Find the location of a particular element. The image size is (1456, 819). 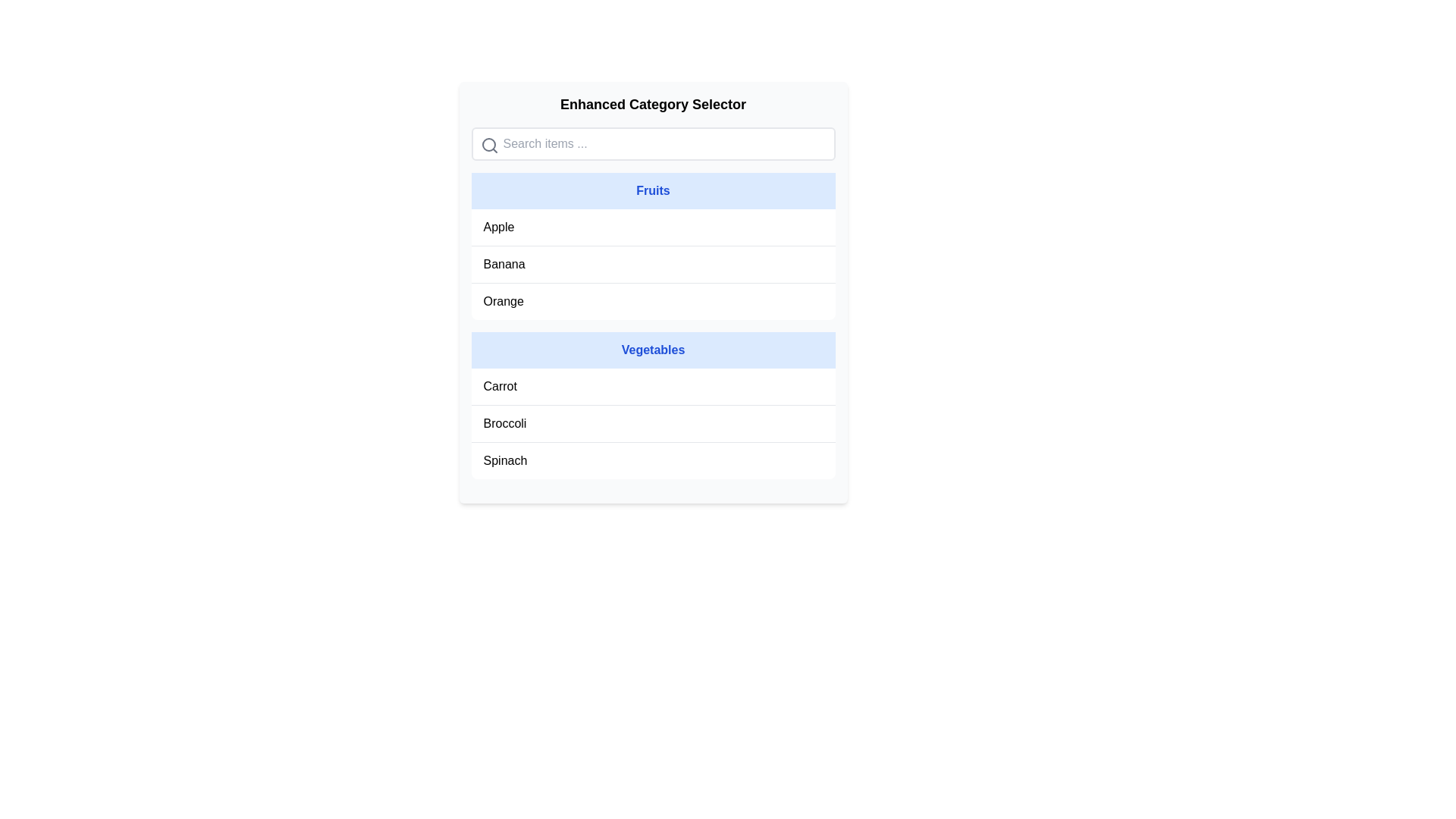

text label displaying 'Carrot' located under the 'Vegetables' section in the list is located at coordinates (500, 385).